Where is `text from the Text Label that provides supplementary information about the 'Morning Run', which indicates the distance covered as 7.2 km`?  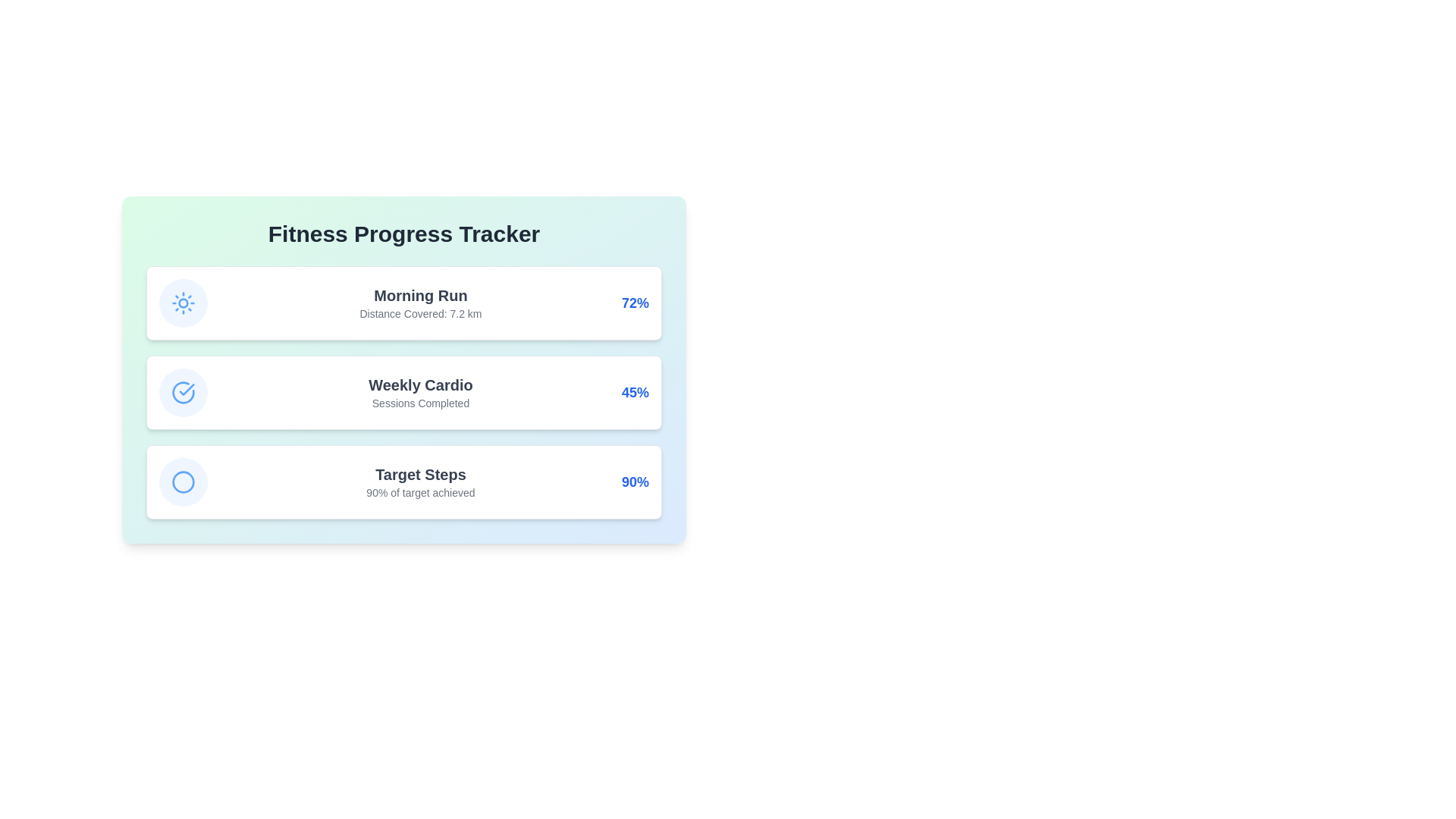
text from the Text Label that provides supplementary information about the 'Morning Run', which indicates the distance covered as 7.2 km is located at coordinates (421, 312).